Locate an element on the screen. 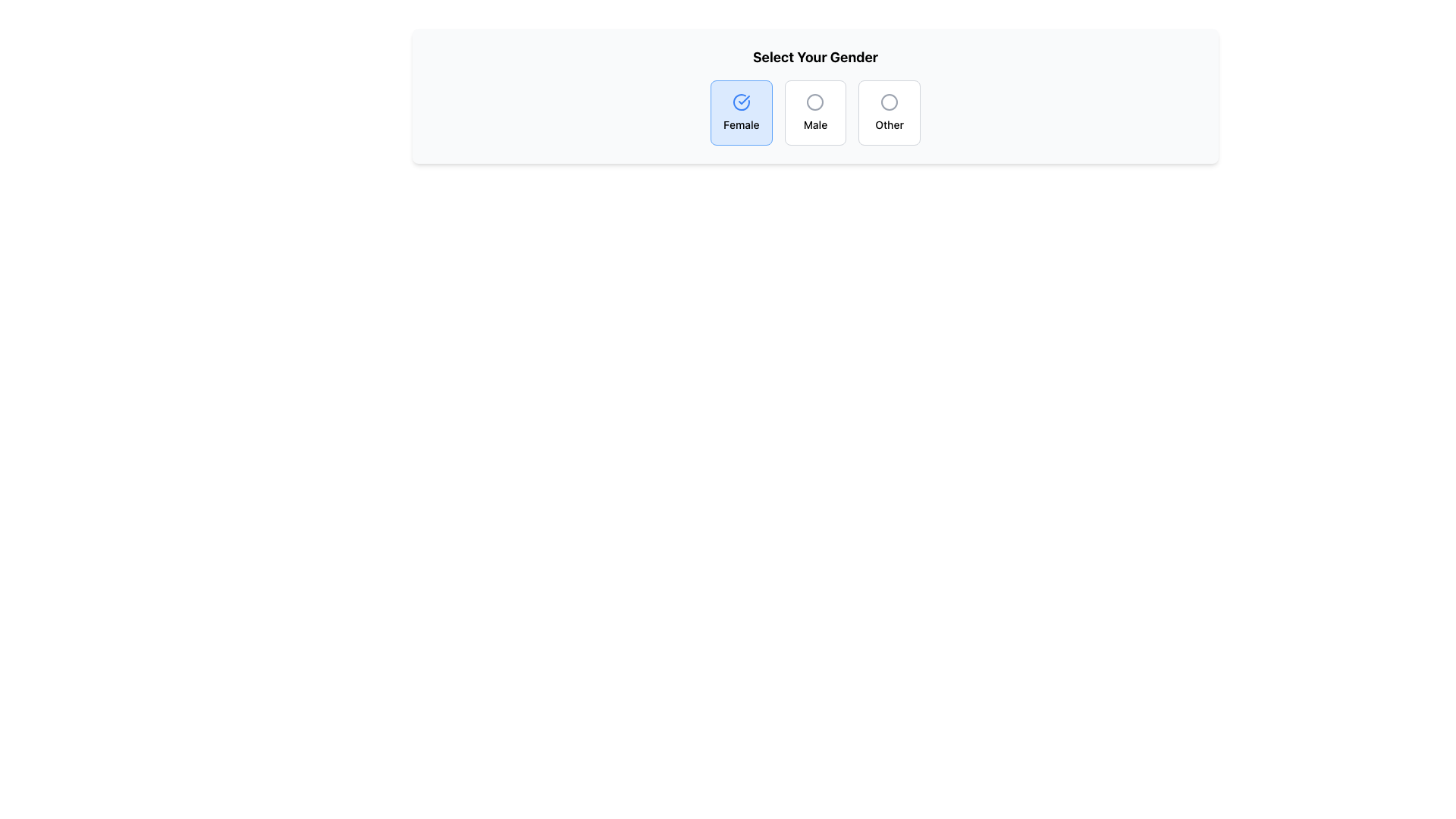 The image size is (1456, 819). the gray circle icon located above the 'Male' label in the selection option interface is located at coordinates (814, 102).